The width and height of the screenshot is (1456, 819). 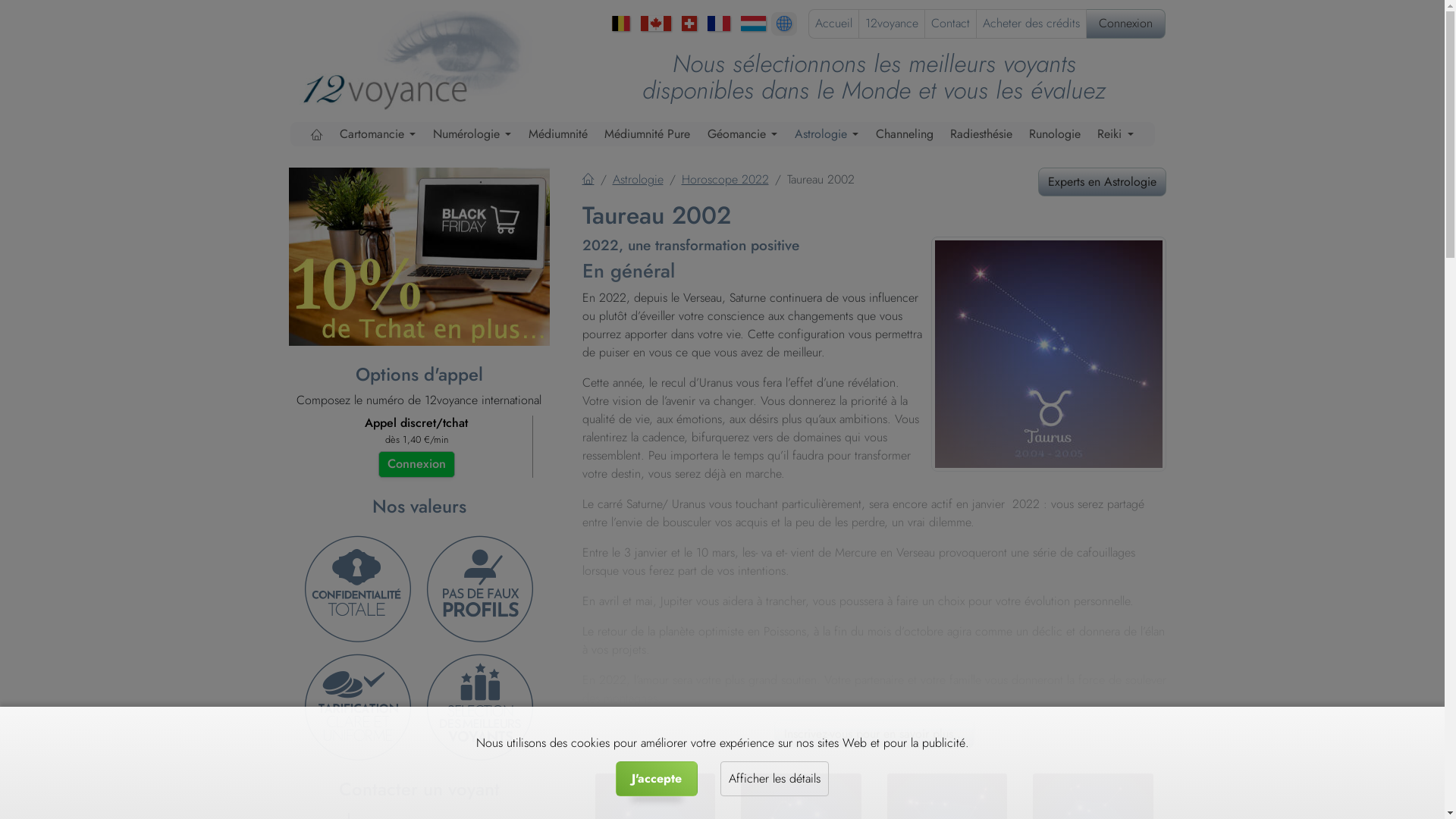 What do you see at coordinates (656, 778) in the screenshot?
I see `'J'accepte'` at bounding box center [656, 778].